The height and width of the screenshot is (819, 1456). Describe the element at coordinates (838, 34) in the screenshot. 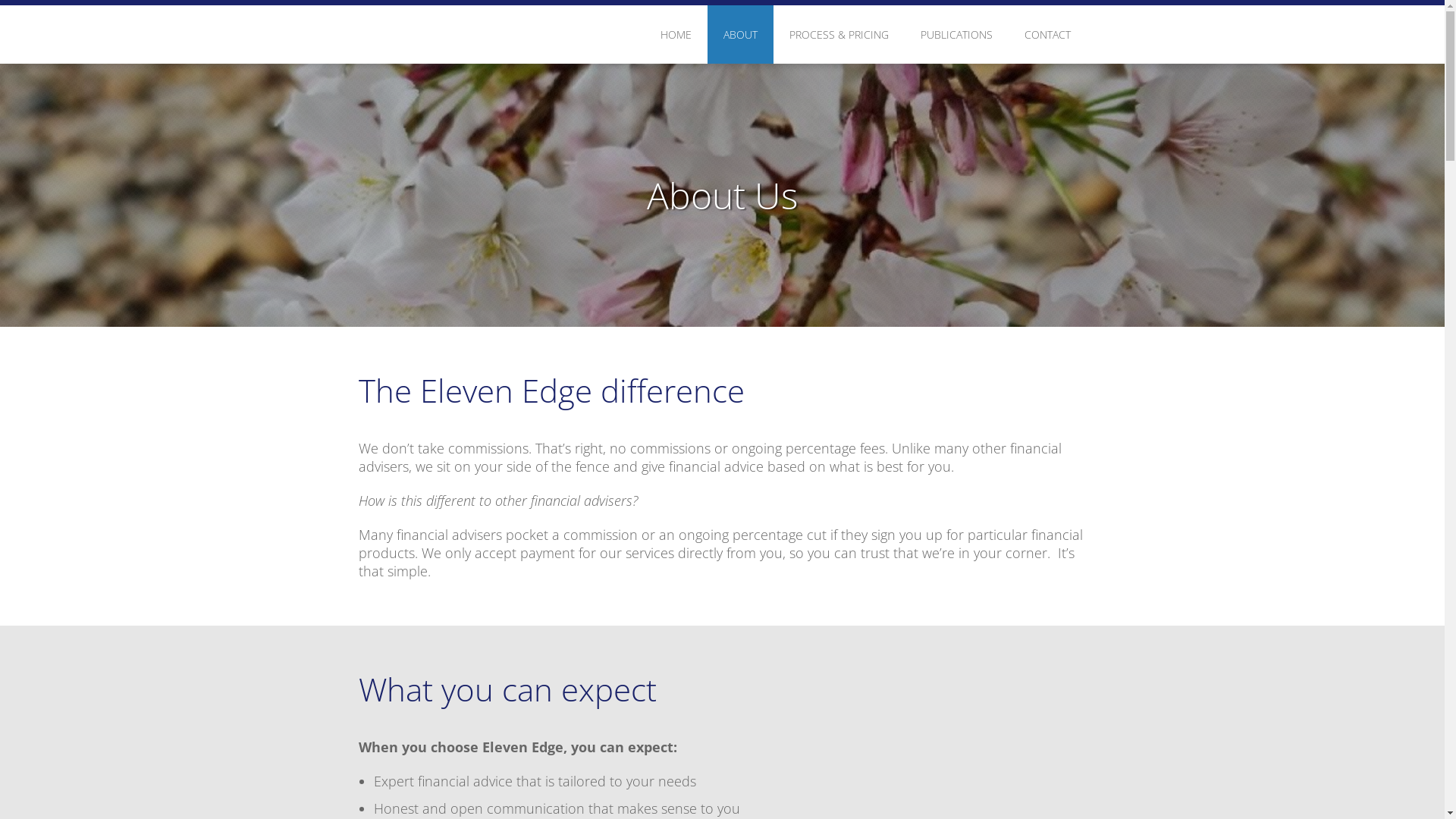

I see `'PROCESS & PRICING'` at that location.